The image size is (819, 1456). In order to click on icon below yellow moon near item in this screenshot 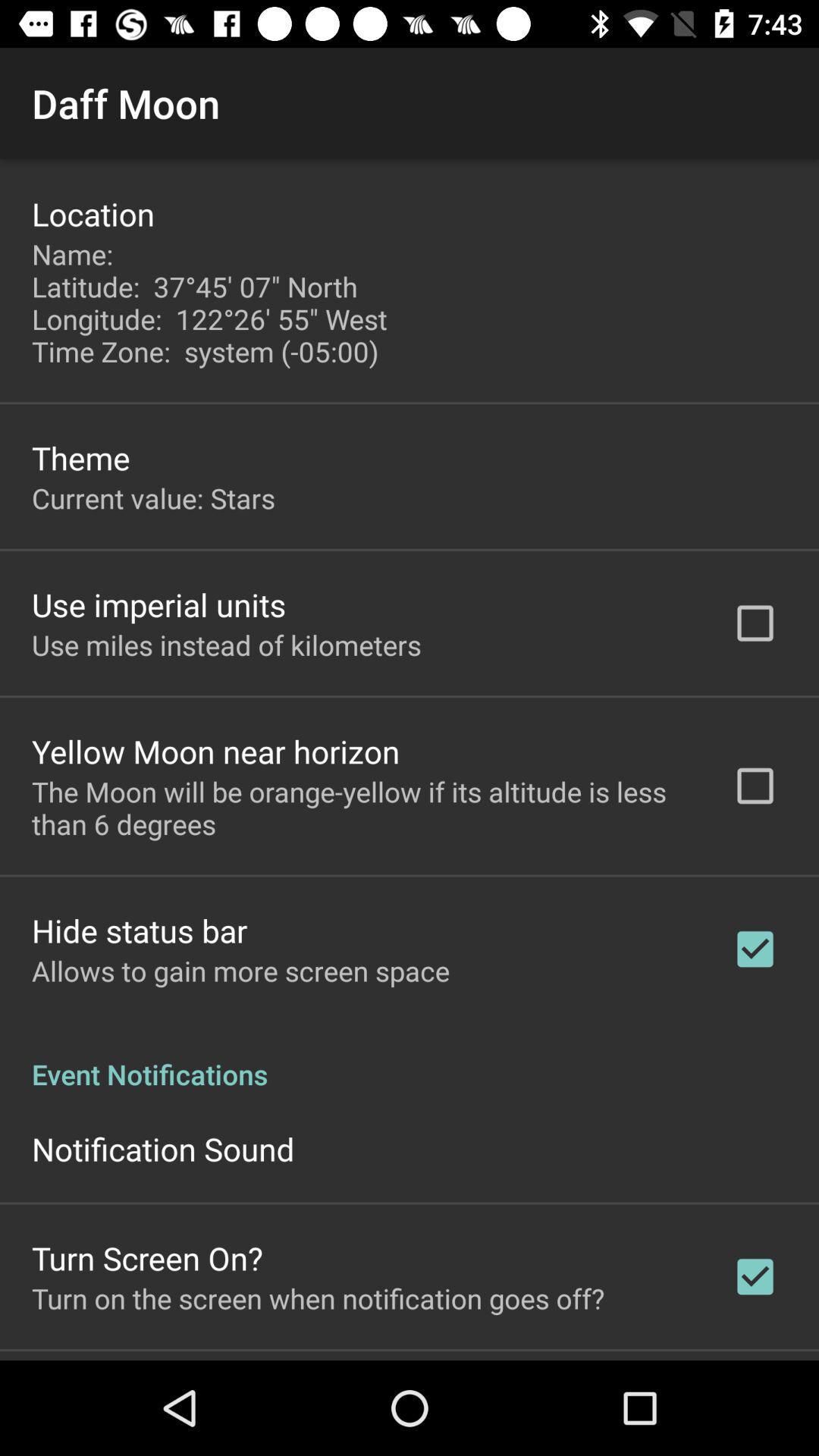, I will do `click(362, 807)`.